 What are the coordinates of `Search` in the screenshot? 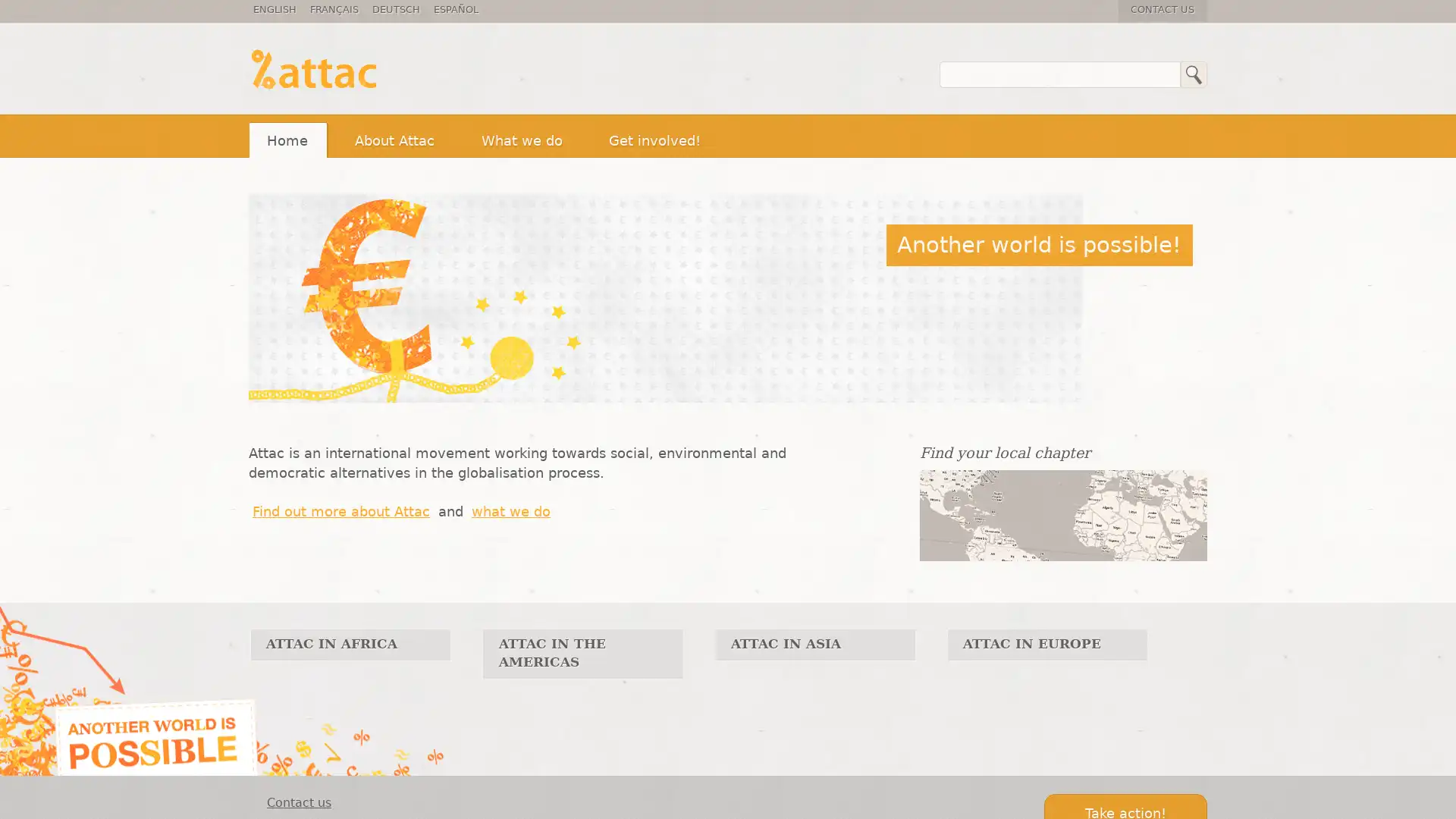 It's located at (1193, 74).